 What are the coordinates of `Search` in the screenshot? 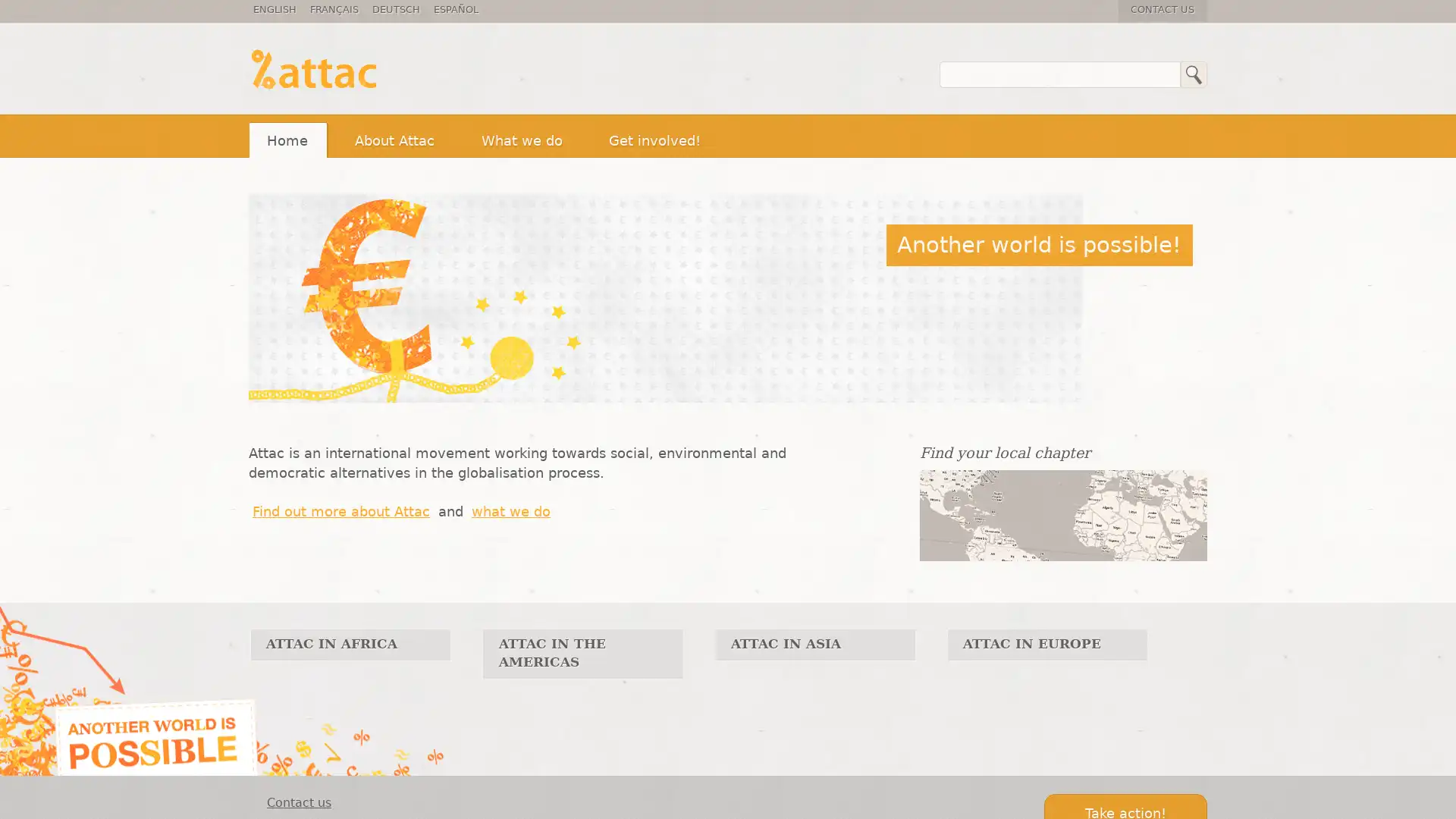 It's located at (1193, 74).